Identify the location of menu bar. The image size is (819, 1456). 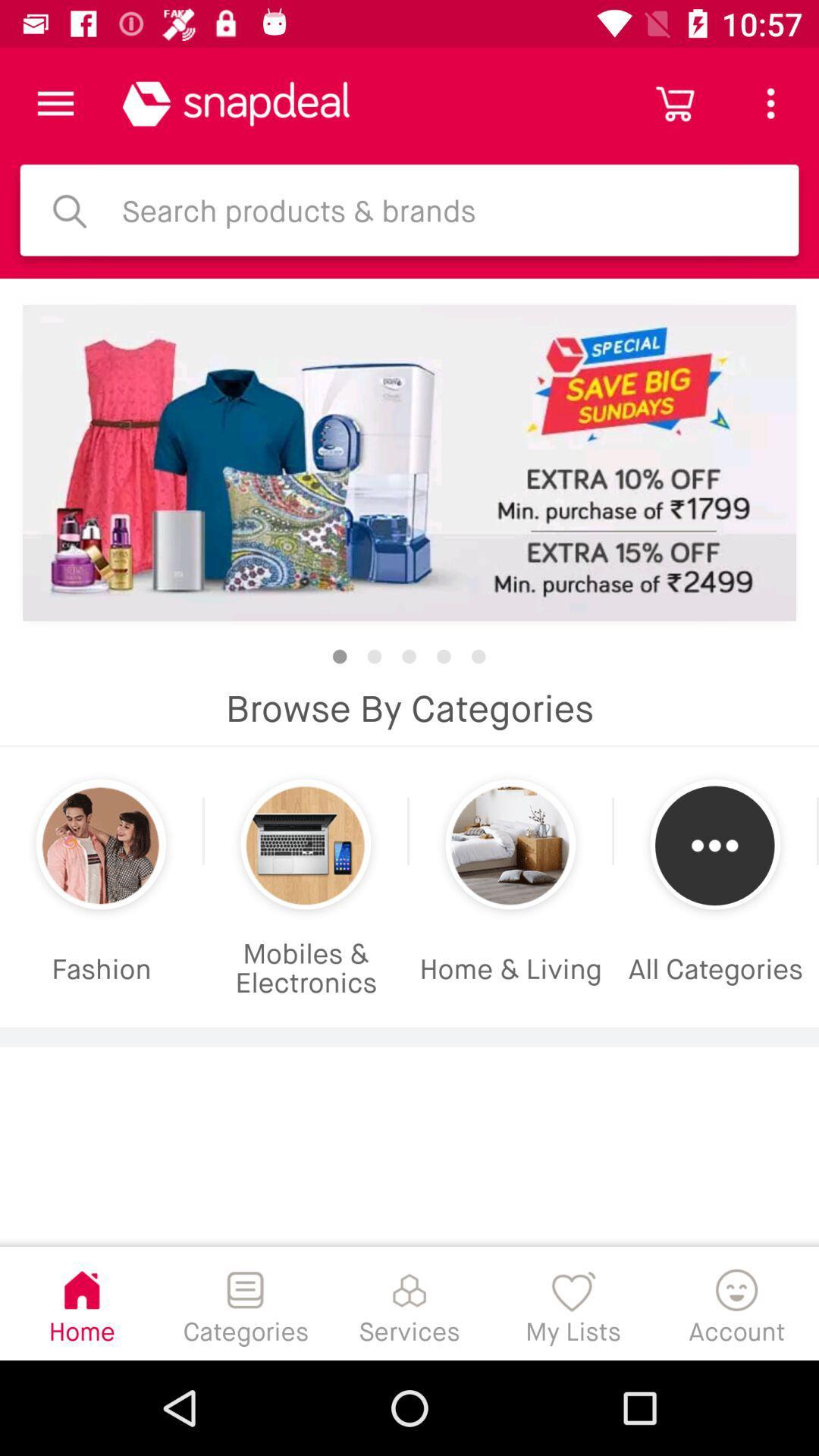
(55, 102).